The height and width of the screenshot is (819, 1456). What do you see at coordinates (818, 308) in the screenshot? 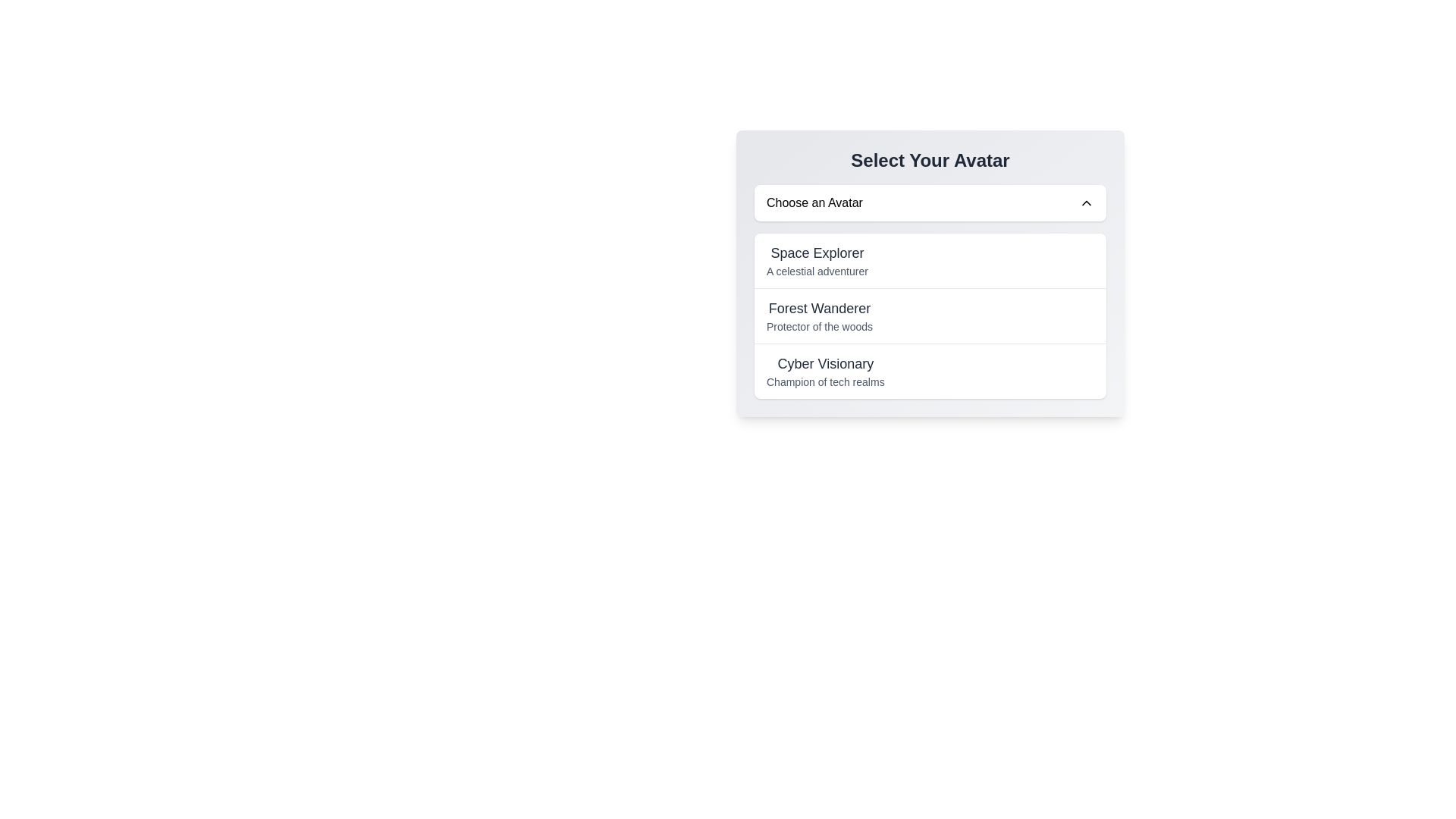
I see `the 'Forest Wanderer' title in the avatar selection dropdown, which is styled as a bold header and is the second item in the list` at bounding box center [818, 308].